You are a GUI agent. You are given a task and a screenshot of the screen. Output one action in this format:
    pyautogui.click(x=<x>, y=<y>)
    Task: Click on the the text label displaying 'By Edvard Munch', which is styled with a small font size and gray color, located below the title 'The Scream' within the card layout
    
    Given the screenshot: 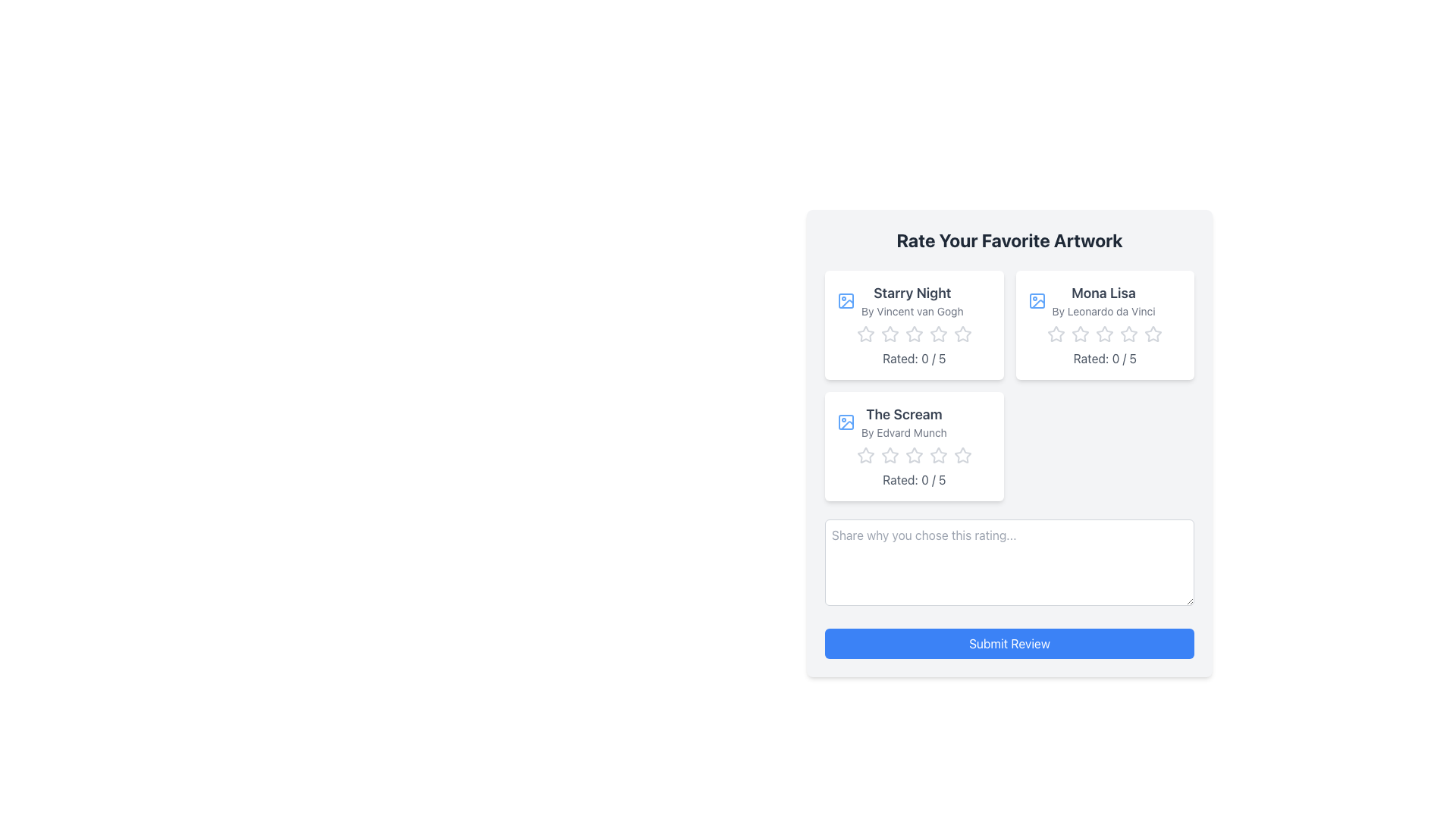 What is the action you would take?
    pyautogui.click(x=904, y=432)
    